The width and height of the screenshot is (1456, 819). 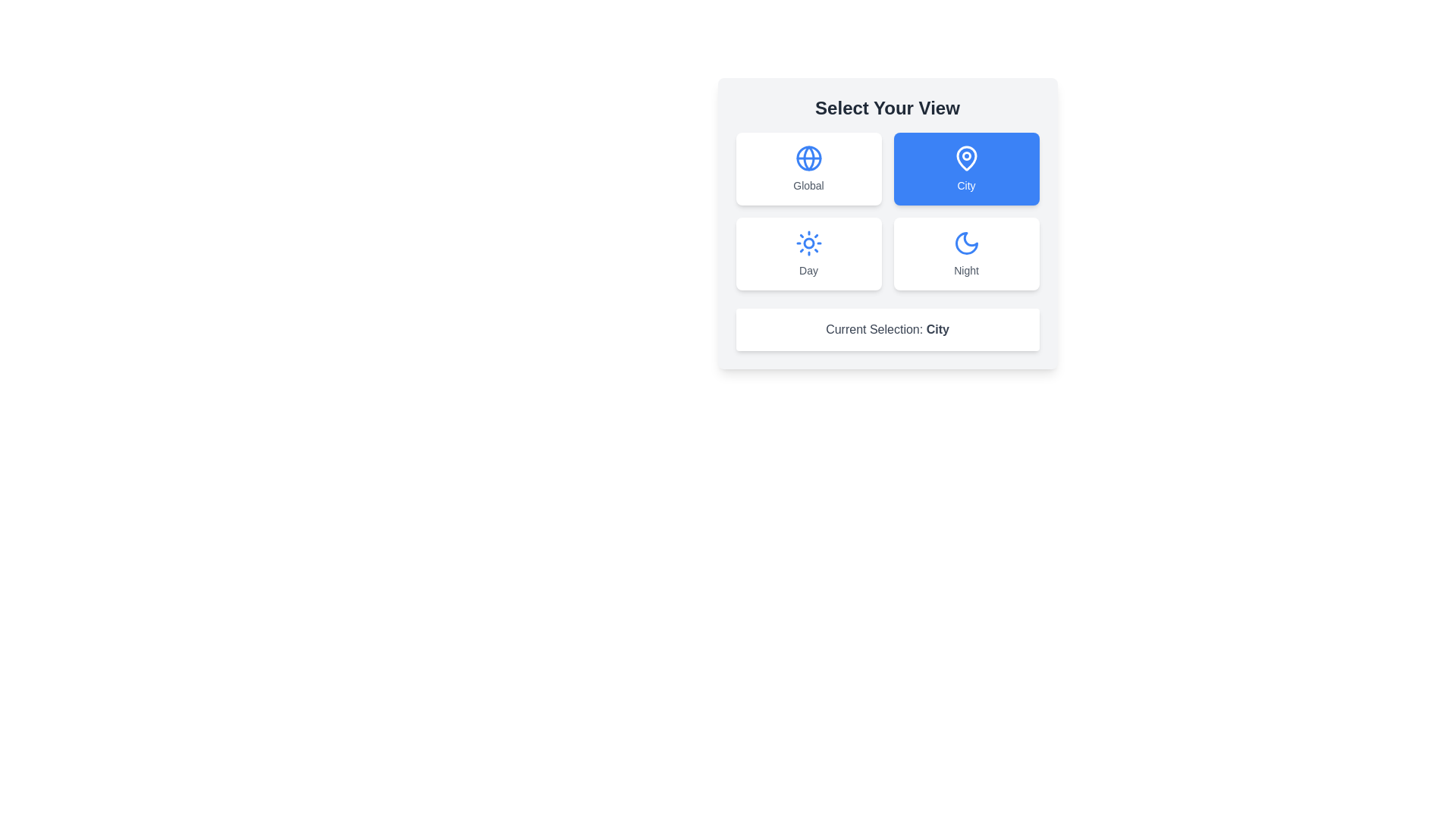 What do you see at coordinates (965, 242) in the screenshot?
I see `the crescent moon-shaped SVG icon styled with a blue color (class 'text-blue-500') located` at bounding box center [965, 242].